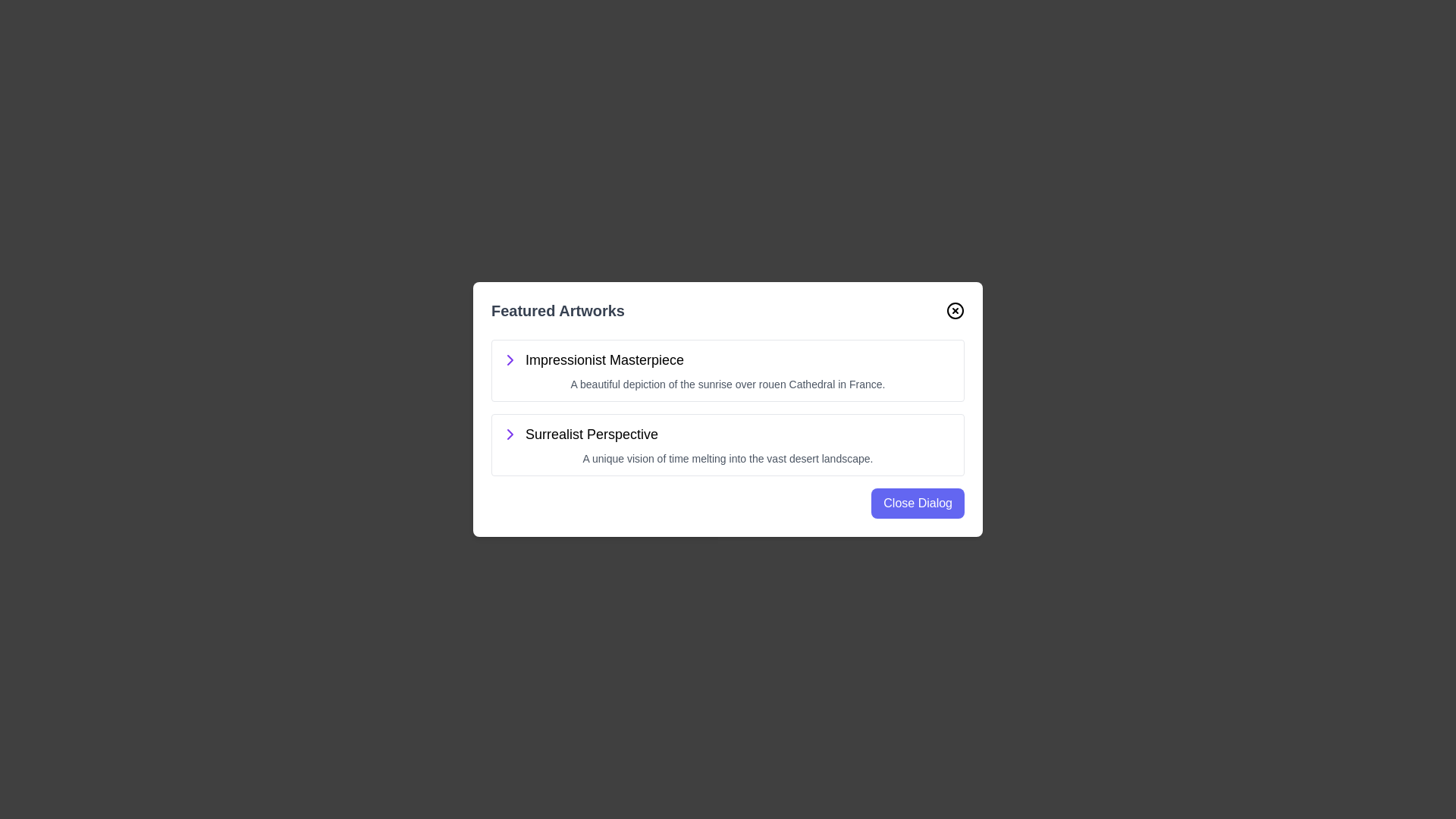  Describe the element at coordinates (917, 503) in the screenshot. I see `the 'Close Dialog' button to close the dialog` at that location.